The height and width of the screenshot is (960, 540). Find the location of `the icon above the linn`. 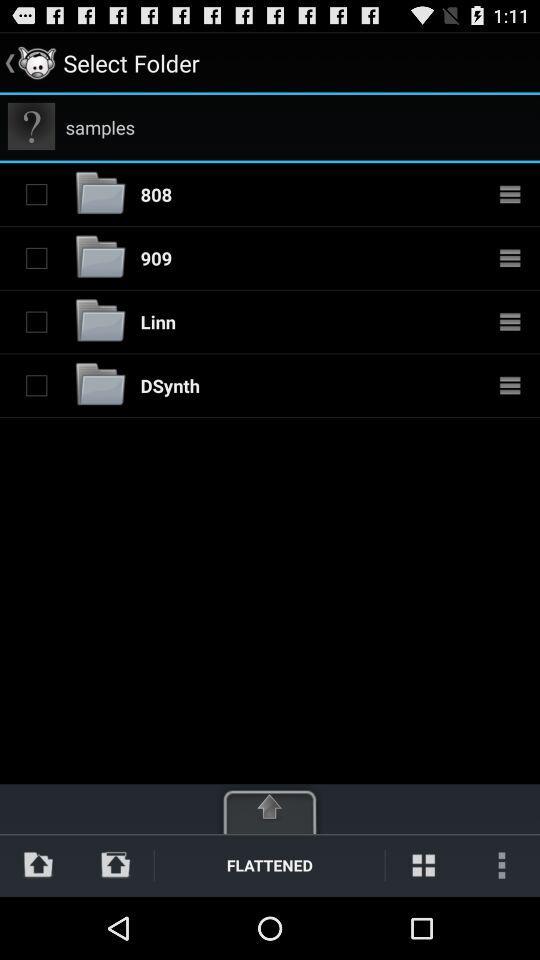

the icon above the linn is located at coordinates (155, 256).